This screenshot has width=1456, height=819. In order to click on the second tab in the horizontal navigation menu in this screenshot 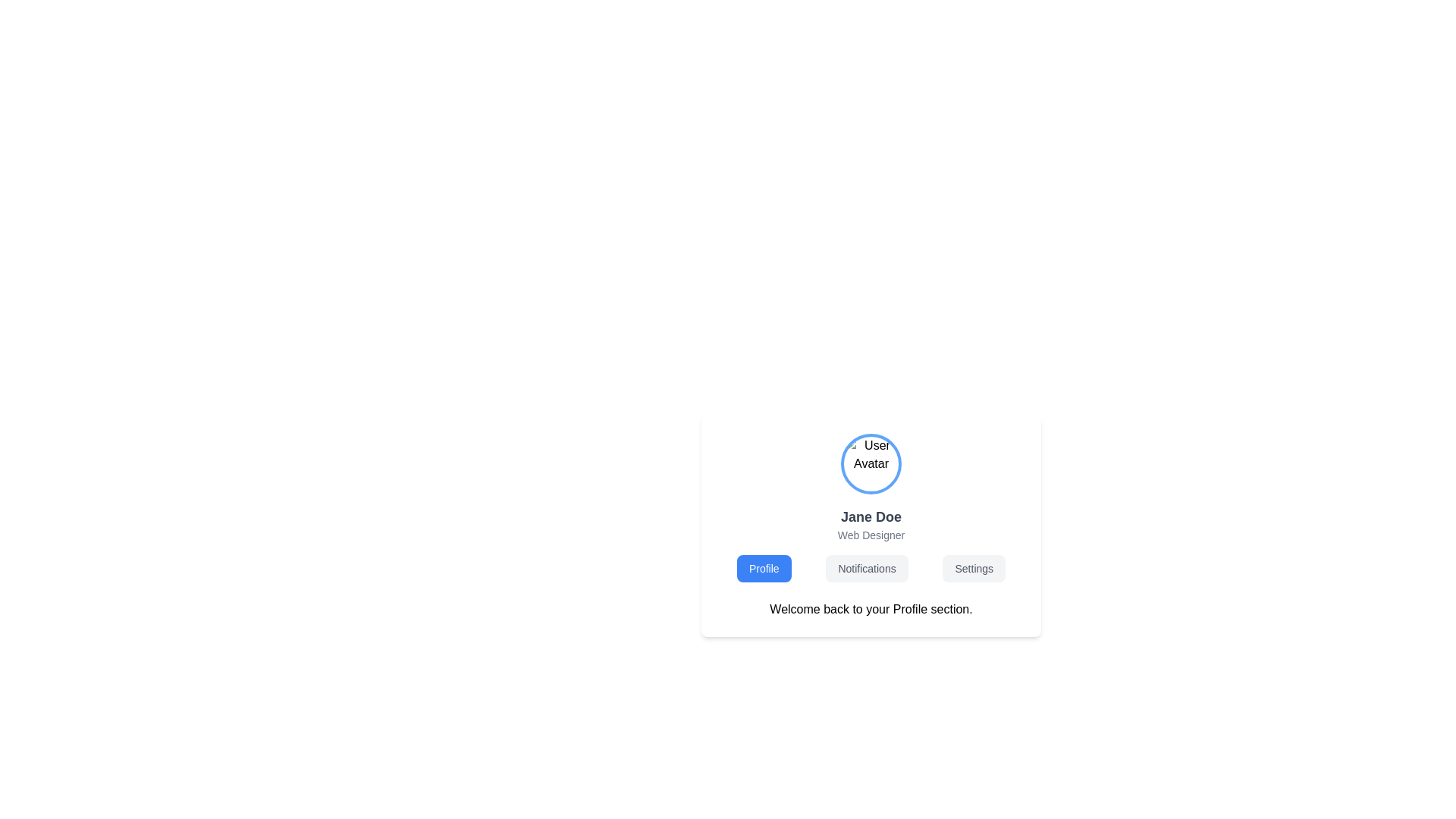, I will do `click(871, 568)`.